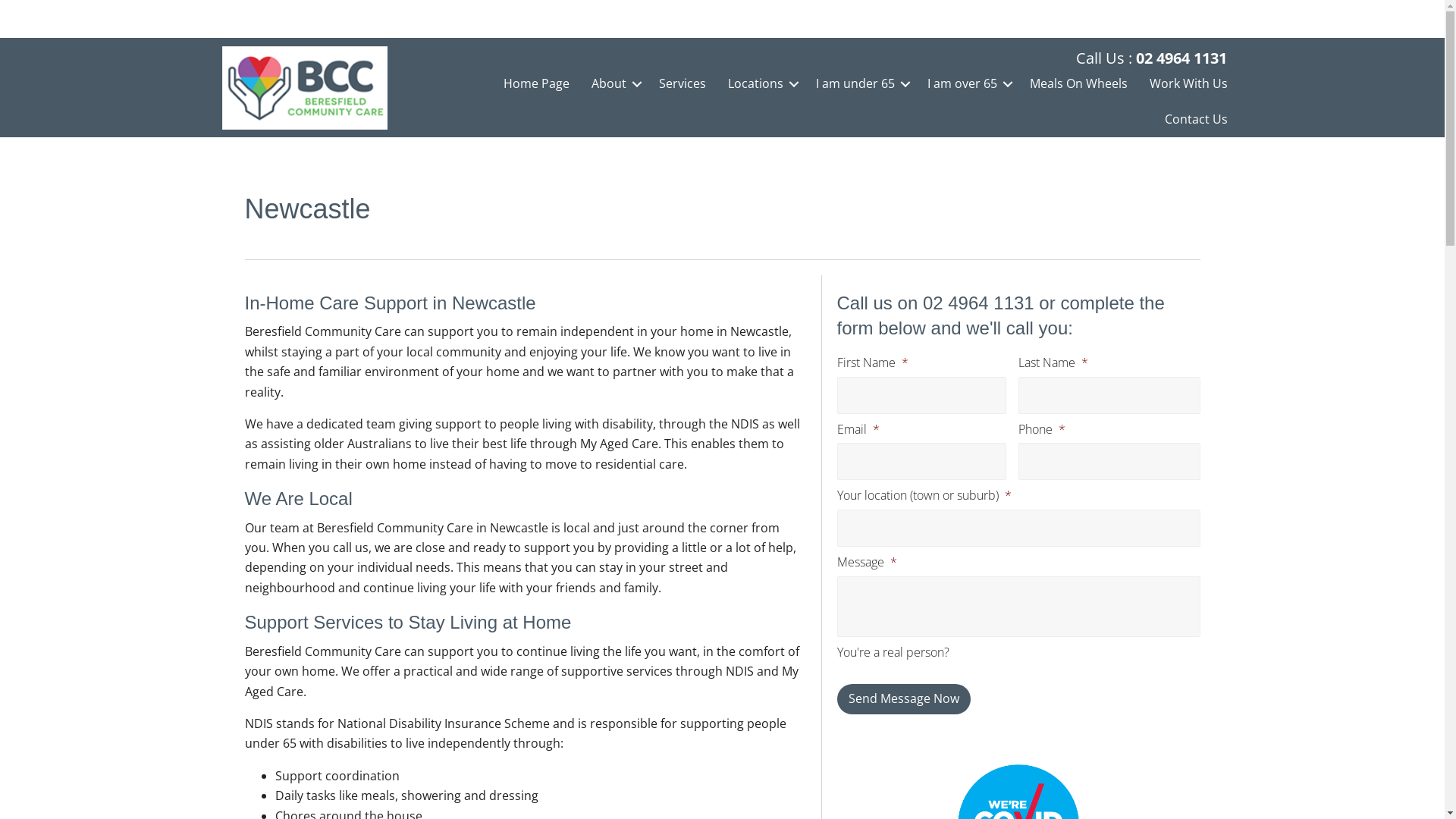  What do you see at coordinates (1195, 118) in the screenshot?
I see `'Contact Us'` at bounding box center [1195, 118].